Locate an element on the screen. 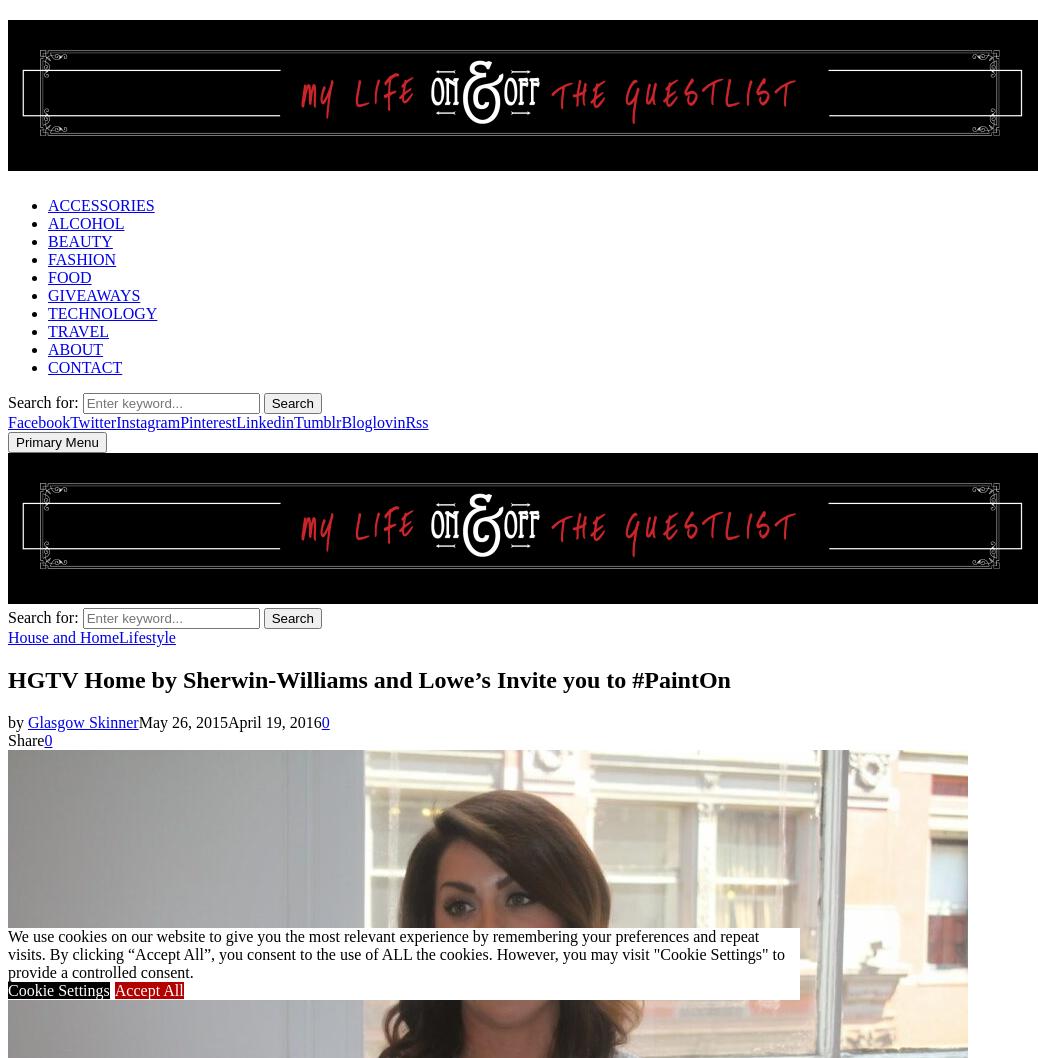 The height and width of the screenshot is (1058, 1038). 'Tumblr' is located at coordinates (317, 421).